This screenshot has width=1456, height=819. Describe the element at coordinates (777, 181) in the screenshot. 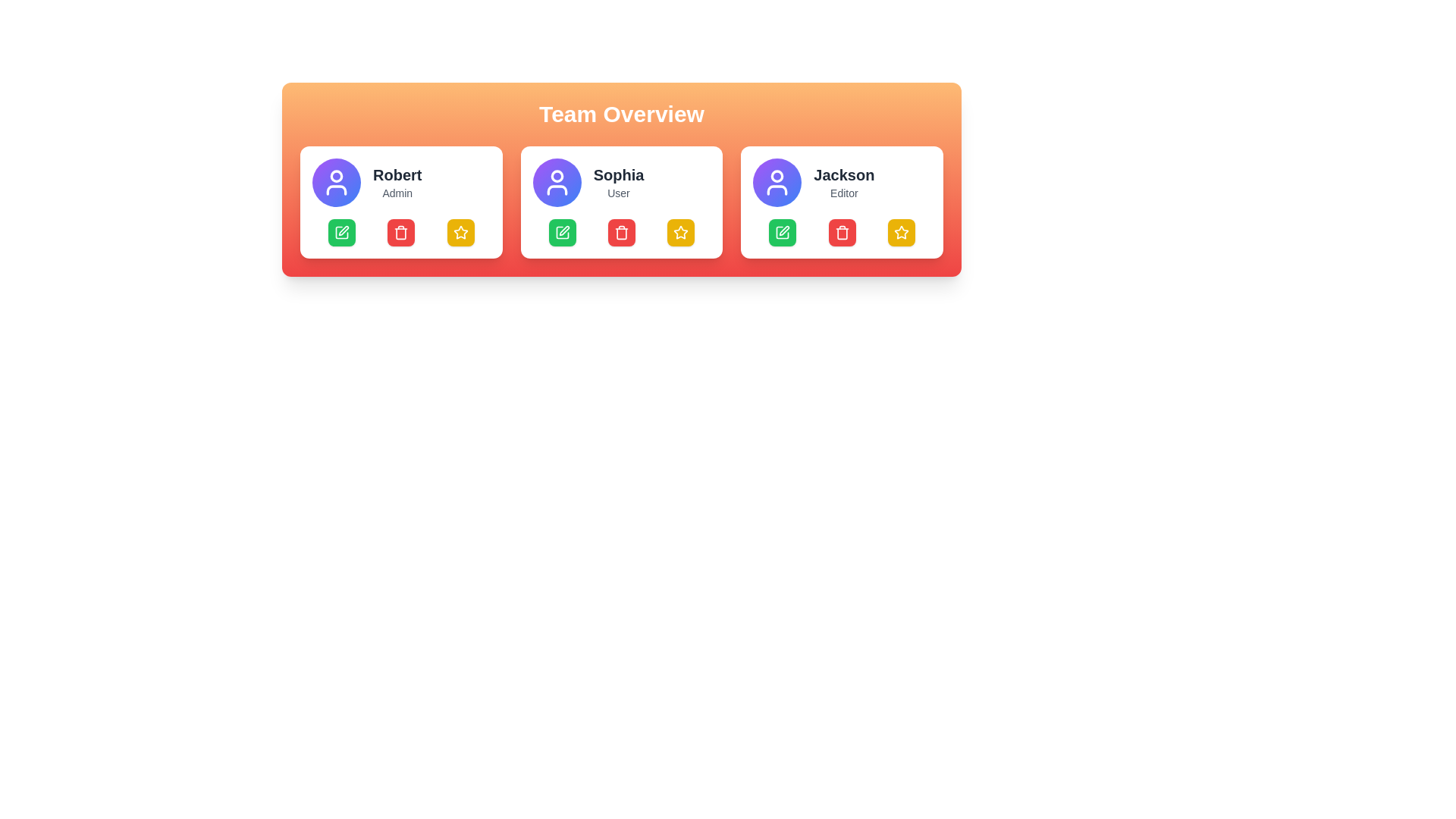

I see `the Avatar Icon representing the user 'Jackson' to interact with the associated user profile` at that location.